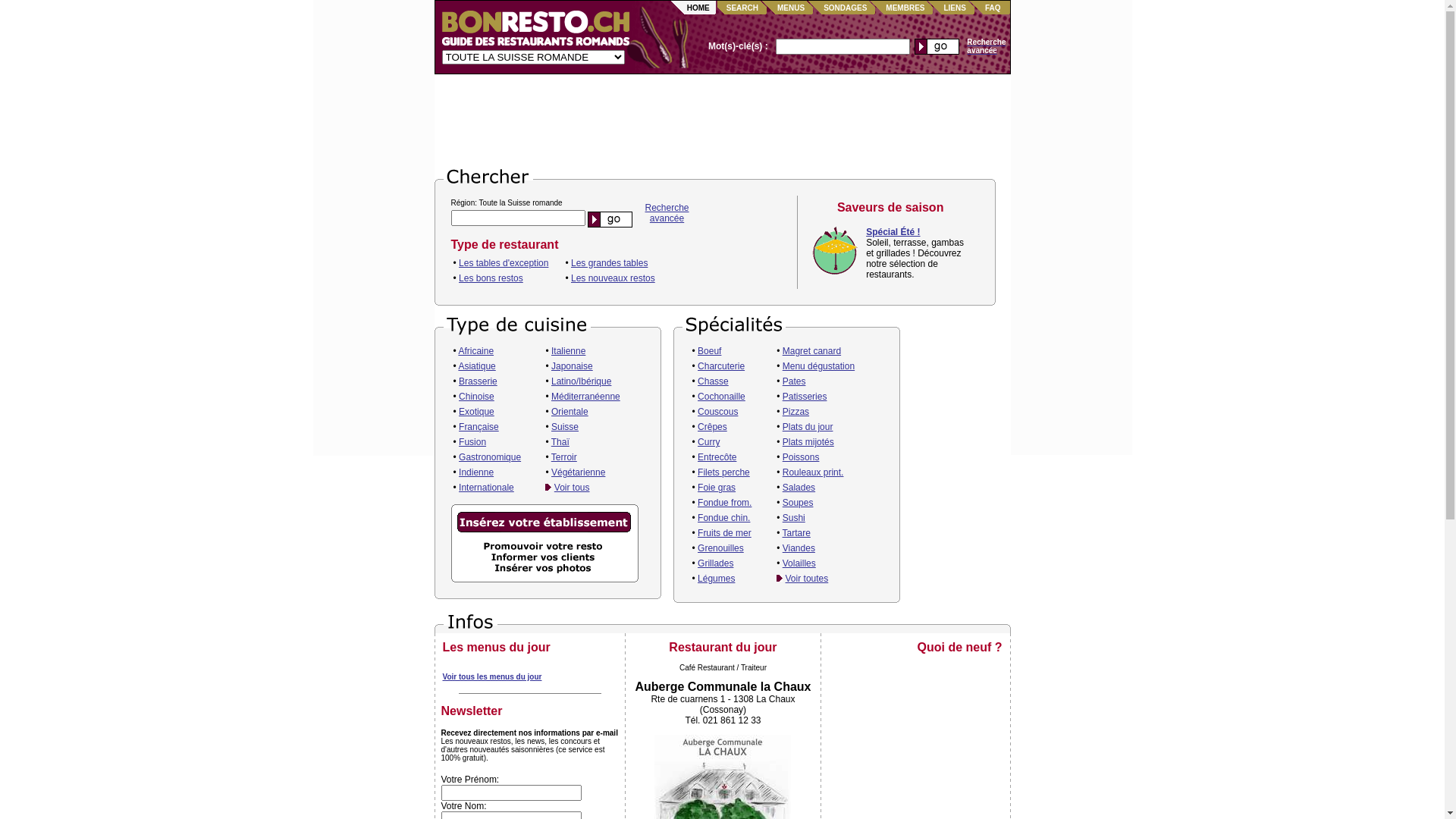 The width and height of the screenshot is (1456, 819). Describe the element at coordinates (477, 380) in the screenshot. I see `'Brasserie'` at that location.